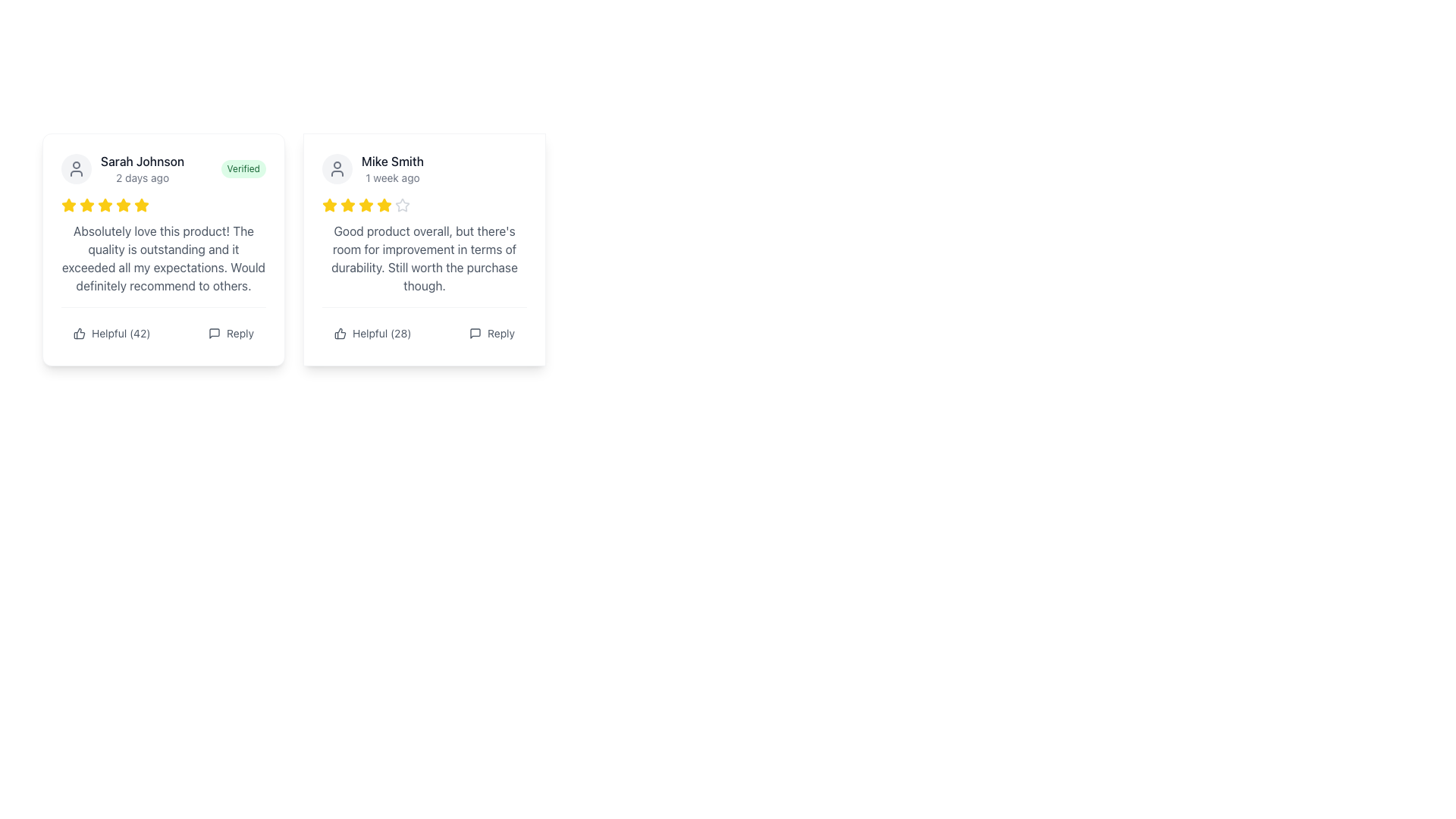  What do you see at coordinates (105, 205) in the screenshot?
I see `the second star in the five-star rating system located in the top left section of the user's review card` at bounding box center [105, 205].